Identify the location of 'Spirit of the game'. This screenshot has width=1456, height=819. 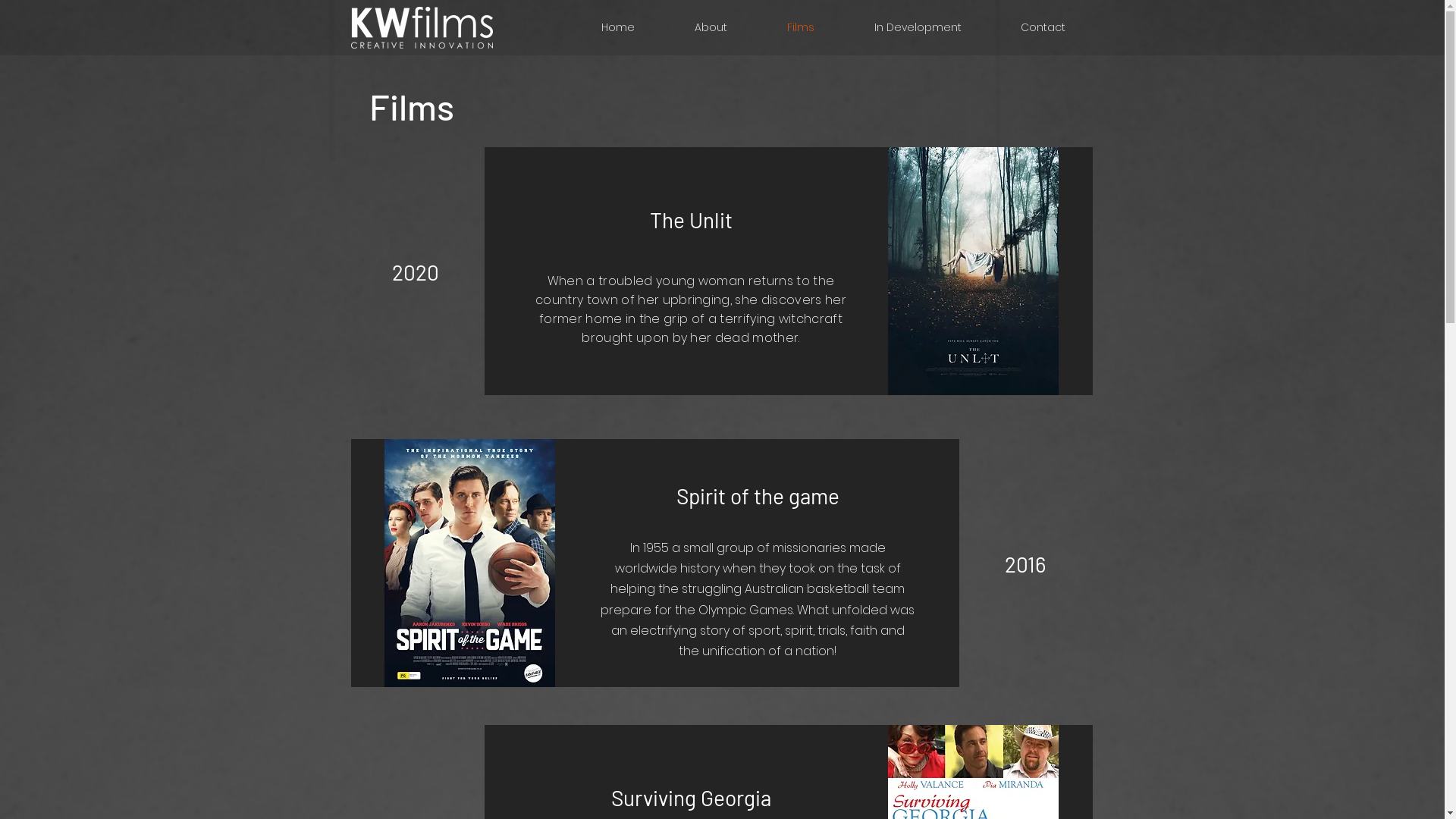
(758, 496).